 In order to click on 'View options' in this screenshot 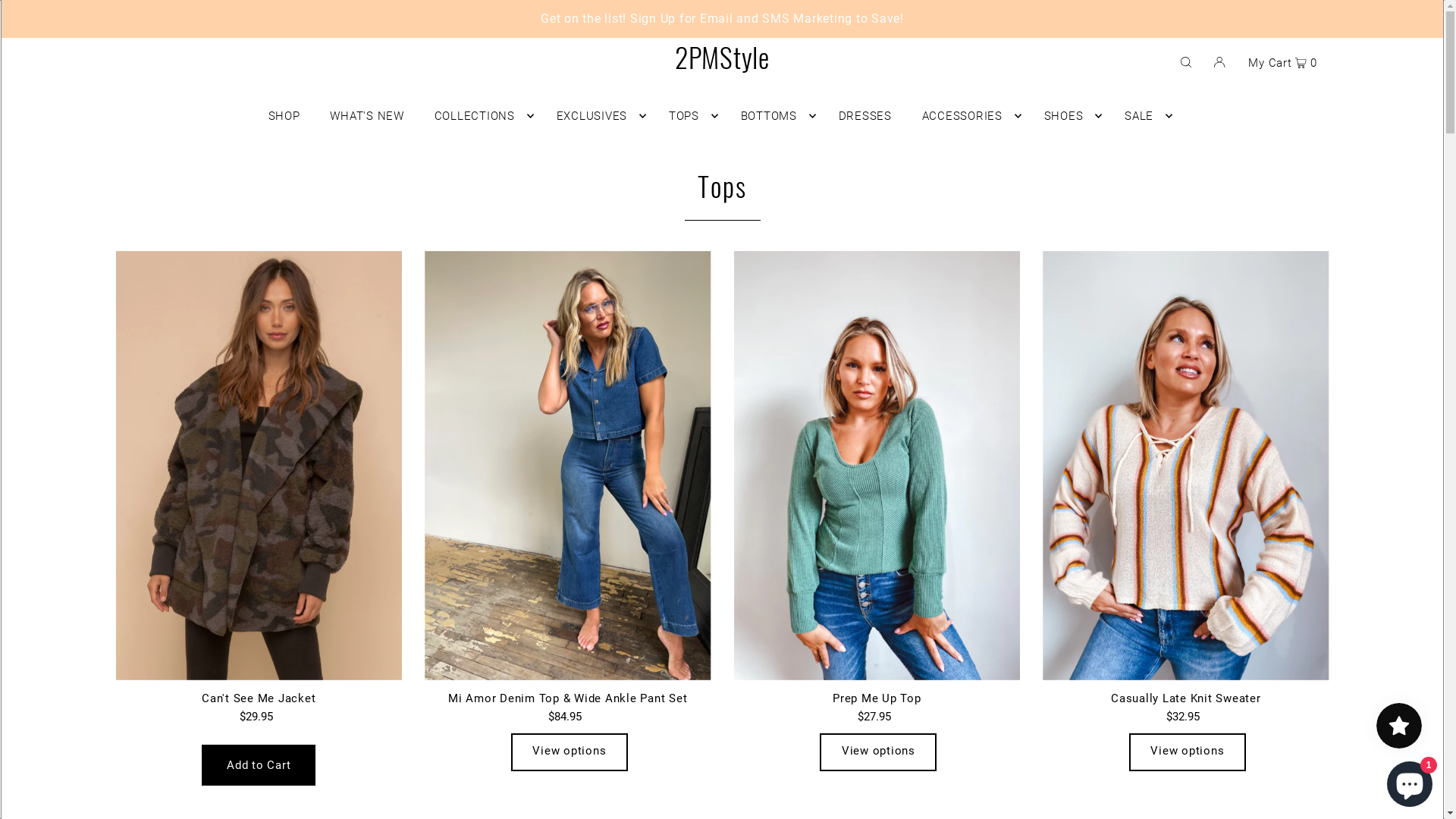, I will do `click(877, 752)`.